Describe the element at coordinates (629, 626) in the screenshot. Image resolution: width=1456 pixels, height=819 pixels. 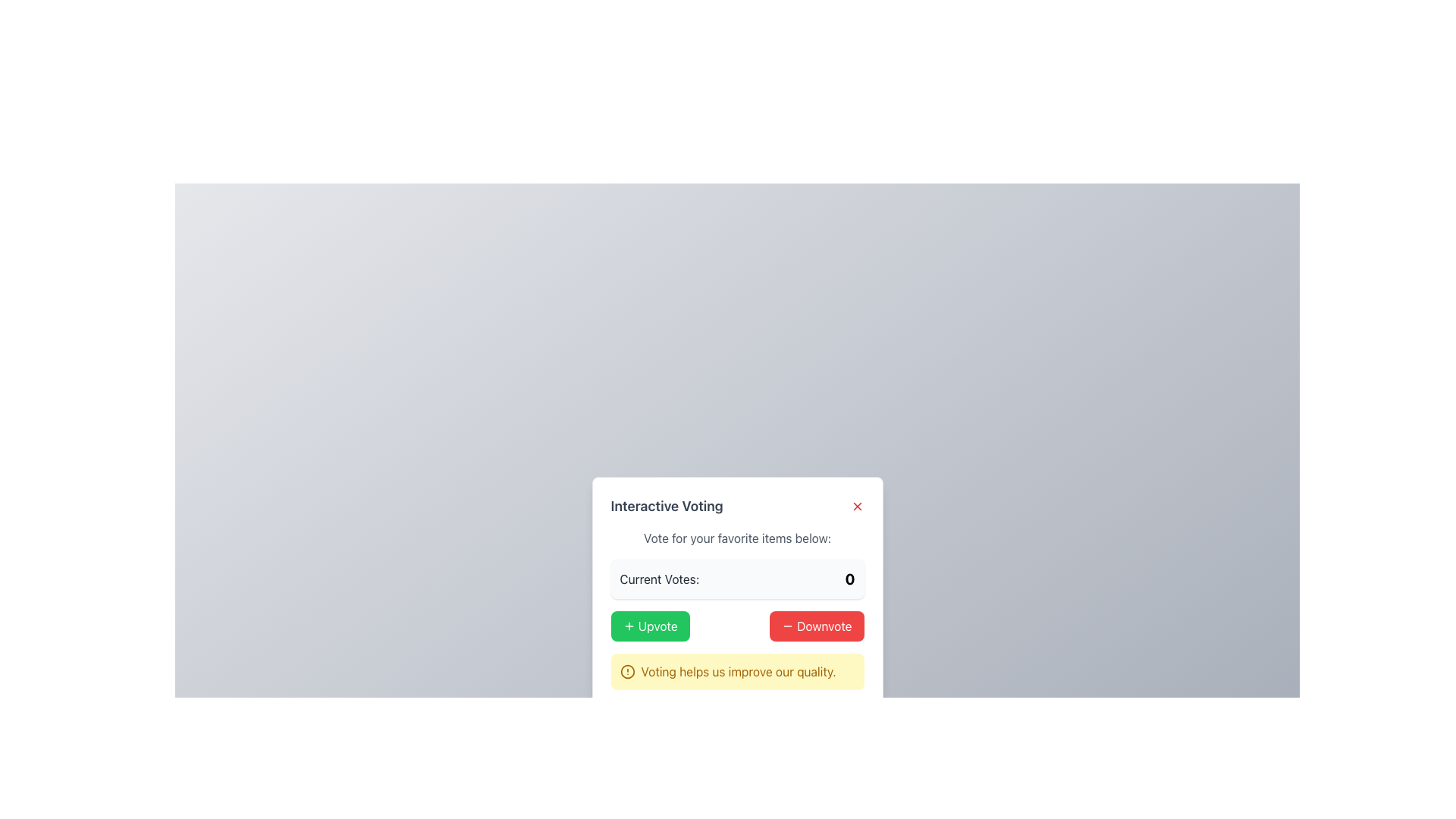
I see `the plus sign icon representing the upvote action located at the center-left of the Upvote button in the voting interface` at that location.